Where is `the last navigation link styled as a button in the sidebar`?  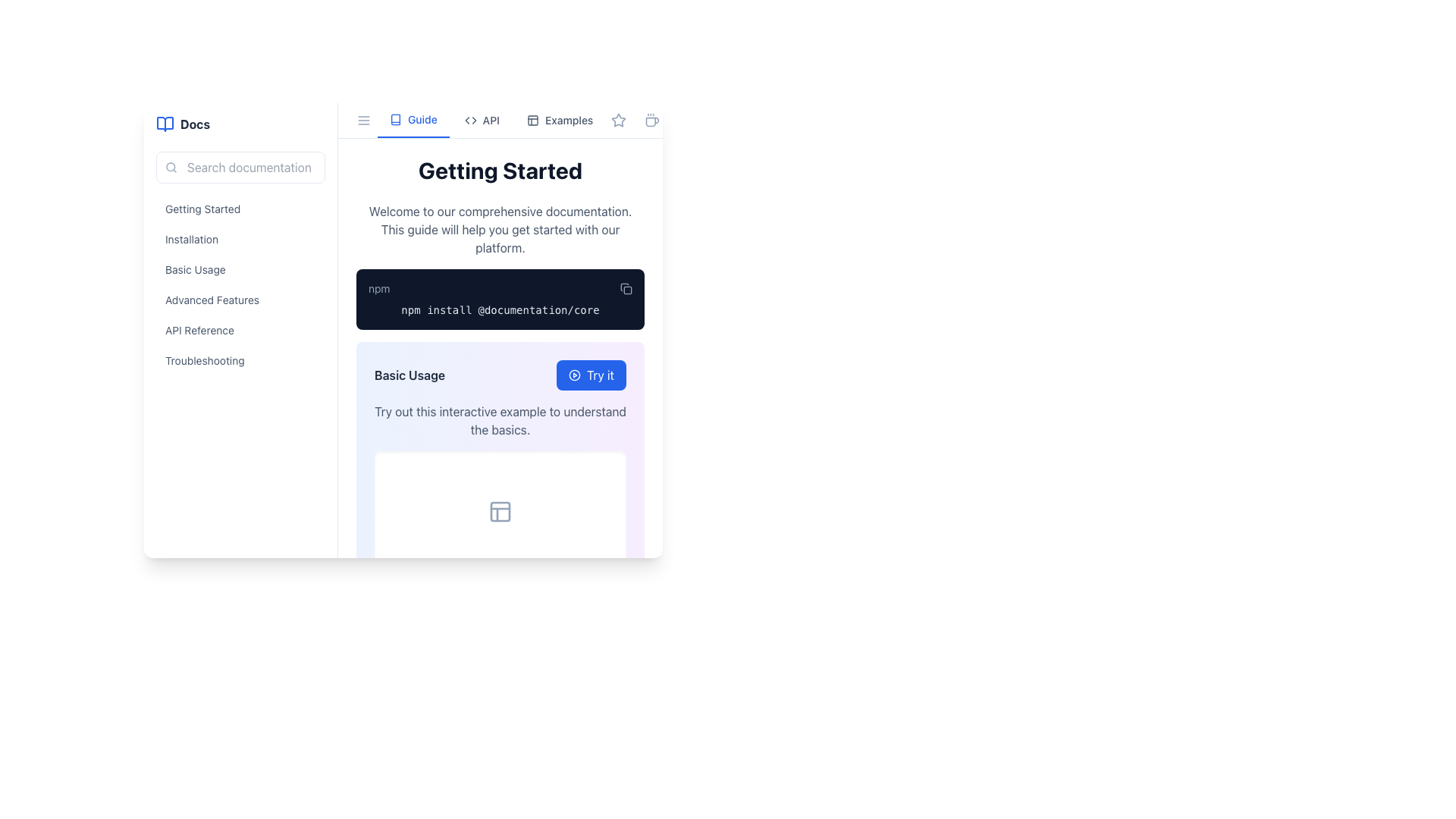
the last navigation link styled as a button in the sidebar is located at coordinates (240, 360).